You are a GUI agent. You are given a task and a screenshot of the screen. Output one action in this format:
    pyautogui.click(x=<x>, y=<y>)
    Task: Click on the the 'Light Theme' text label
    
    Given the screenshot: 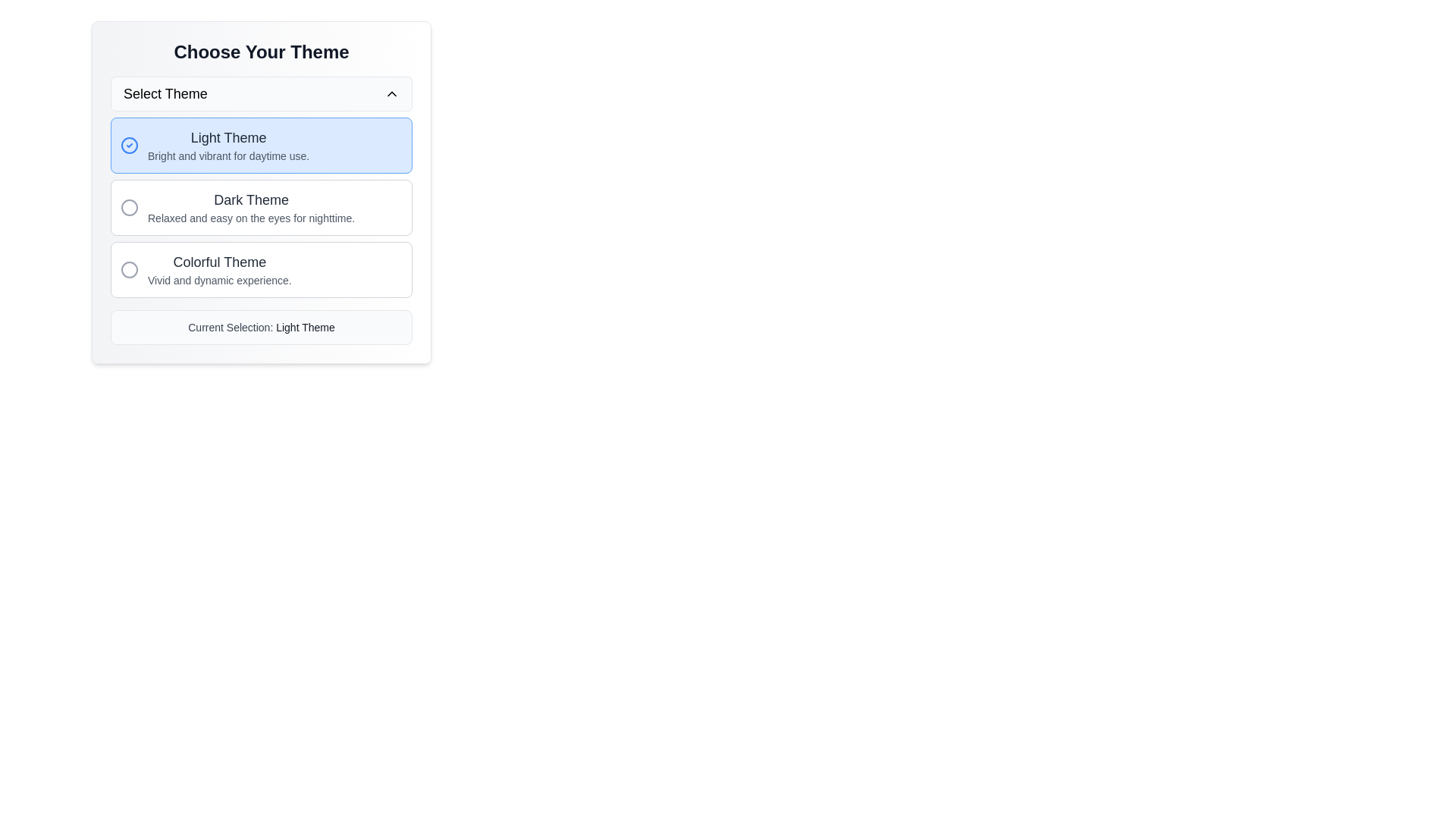 What is the action you would take?
    pyautogui.click(x=227, y=146)
    